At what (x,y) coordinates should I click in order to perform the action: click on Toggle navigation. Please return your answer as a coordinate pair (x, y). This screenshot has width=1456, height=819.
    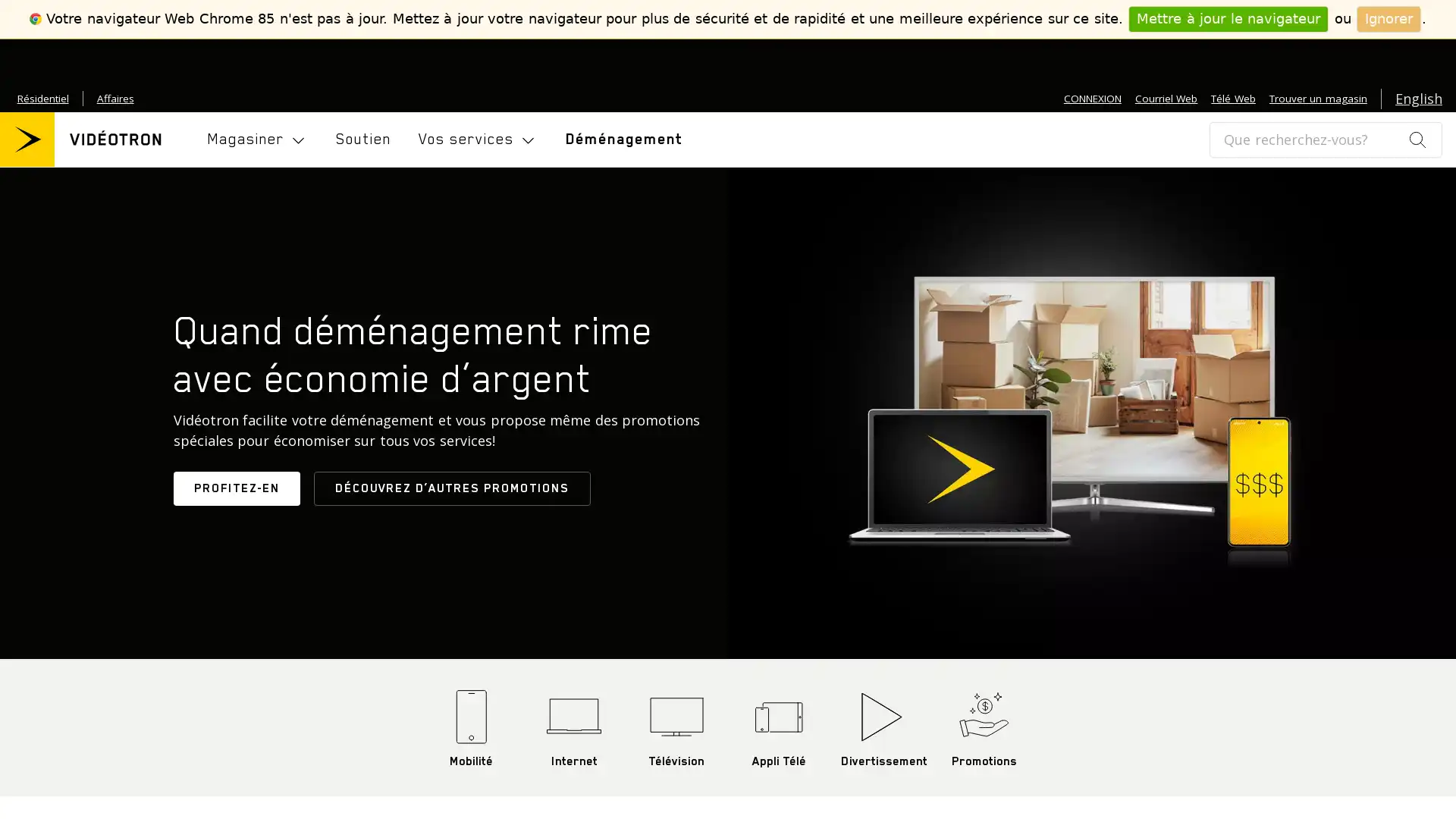
    Looking at the image, I should click on (258, 140).